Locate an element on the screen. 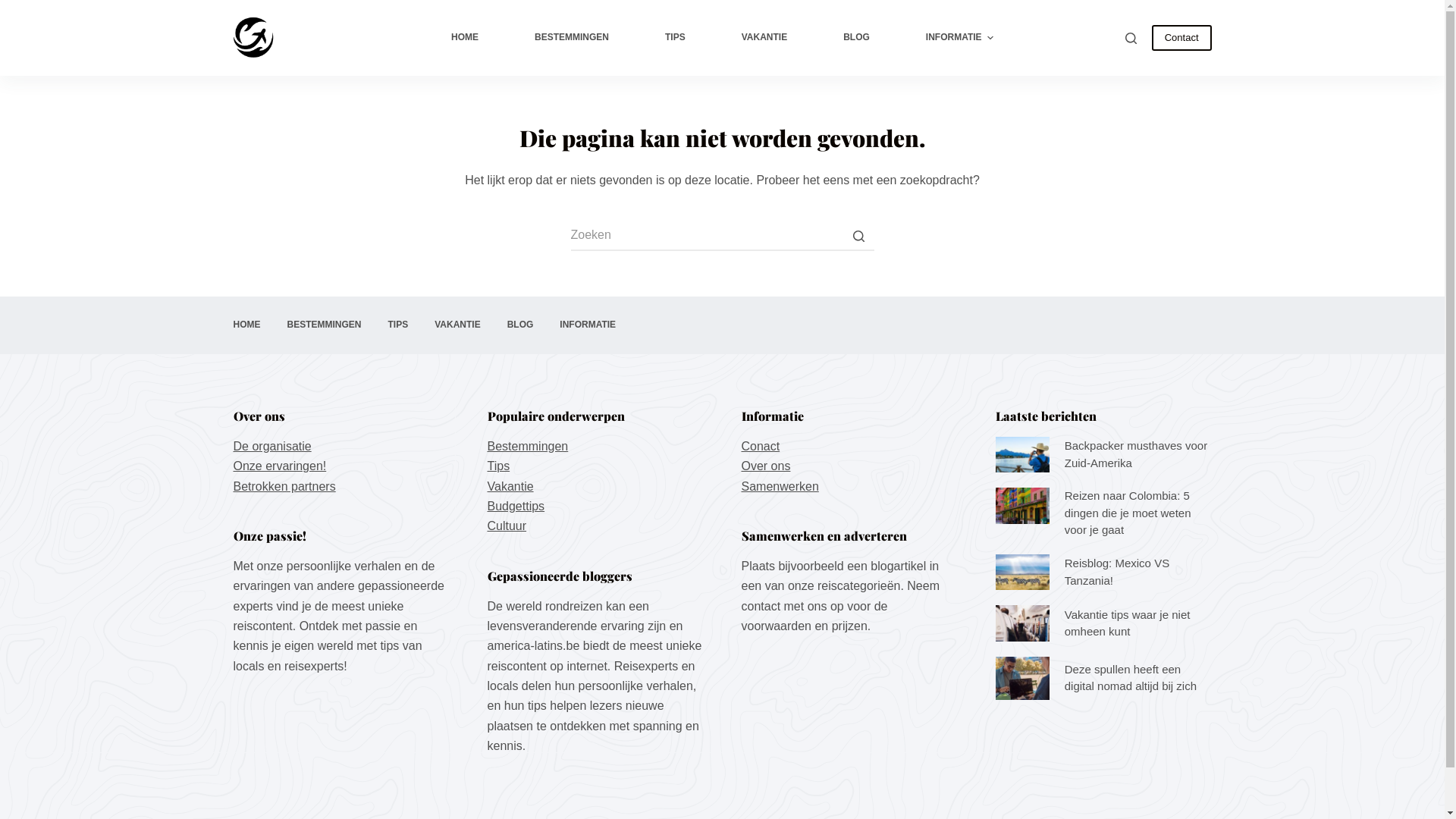 The height and width of the screenshot is (819, 1456). 'Zoek naar...' is located at coordinates (570, 236).